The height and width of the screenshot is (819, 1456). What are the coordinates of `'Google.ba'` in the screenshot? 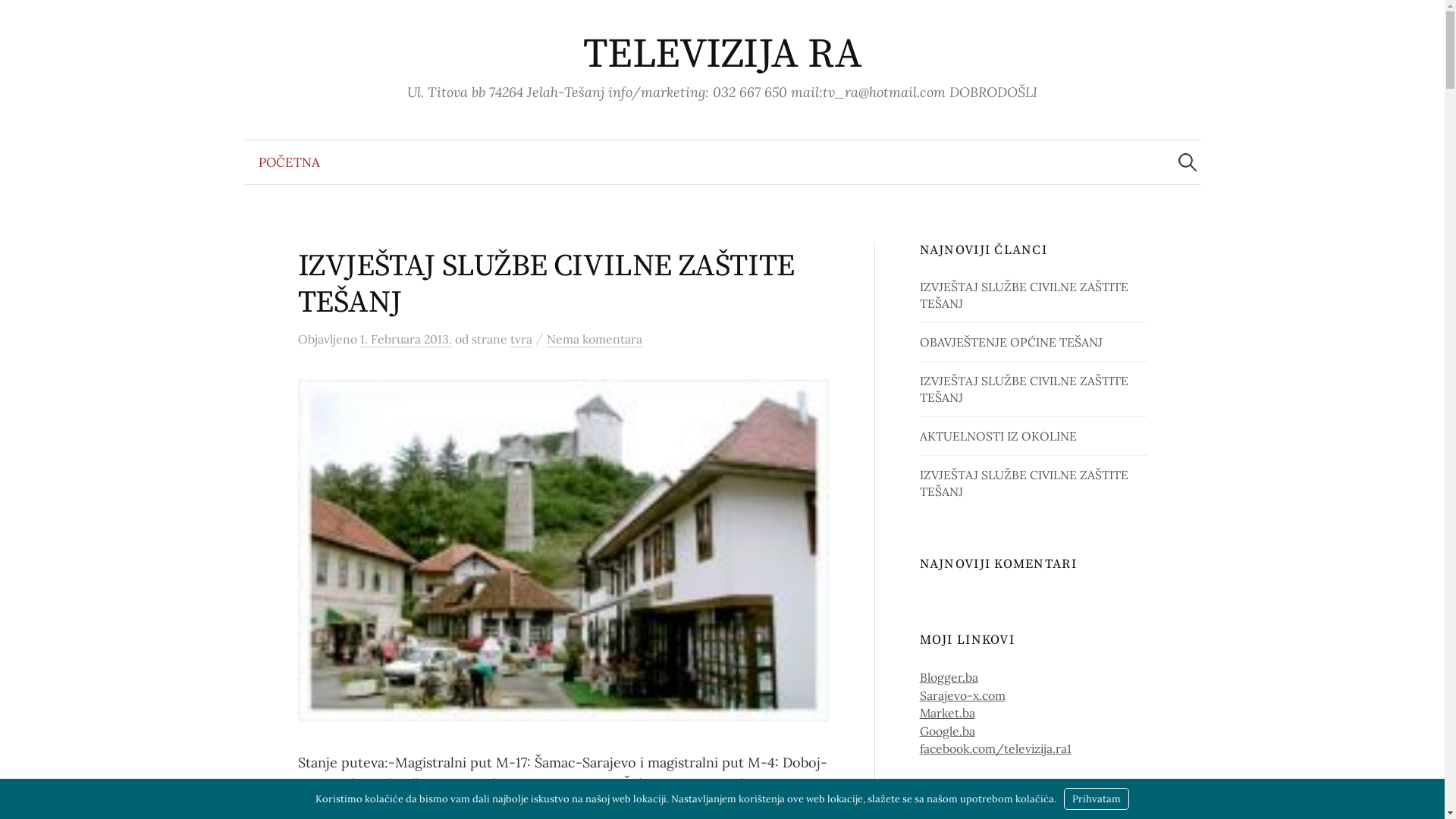 It's located at (946, 730).